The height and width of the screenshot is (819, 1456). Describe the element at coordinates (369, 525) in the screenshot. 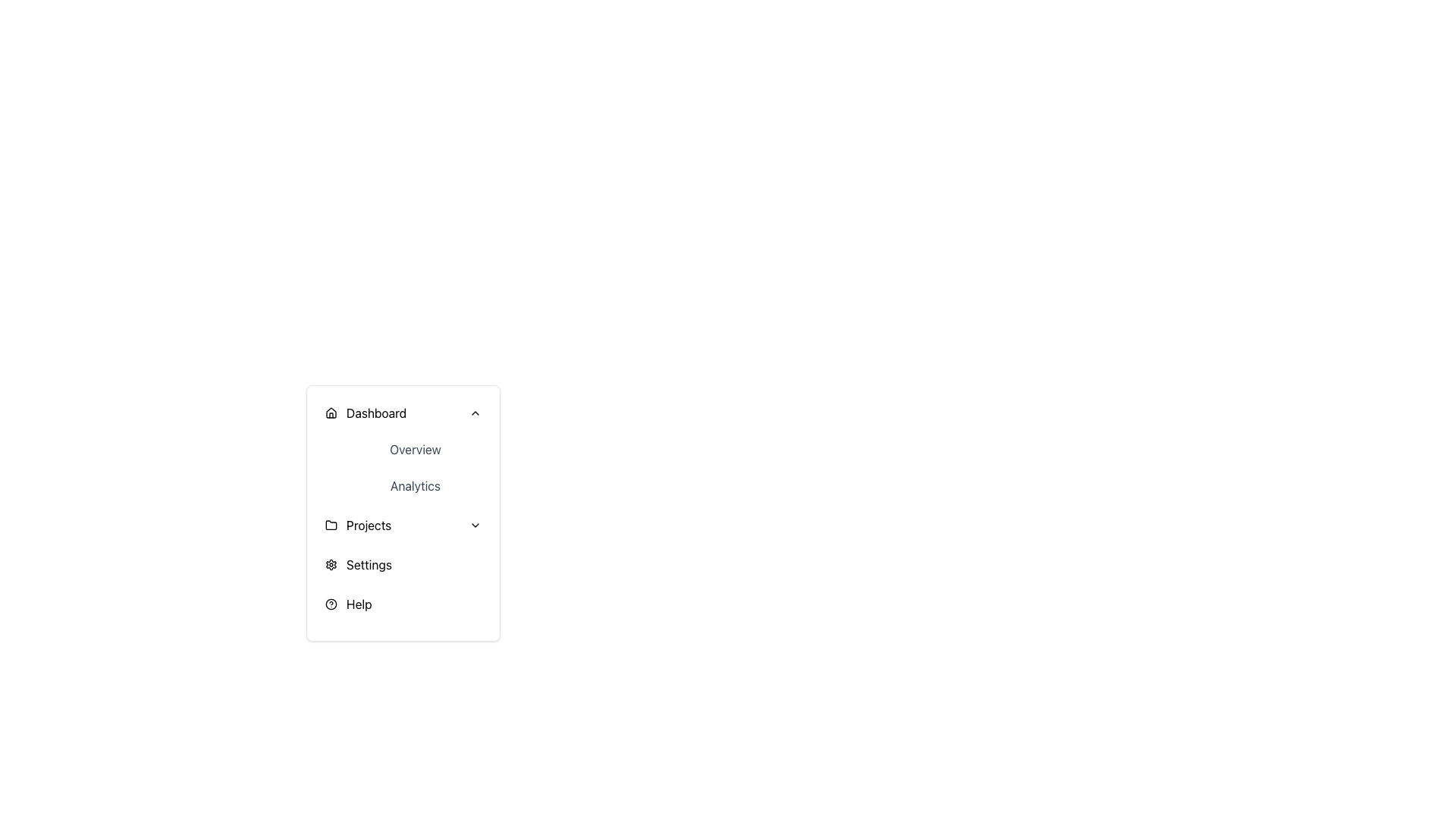

I see `the 'Projects' label in the sidebar menu` at that location.